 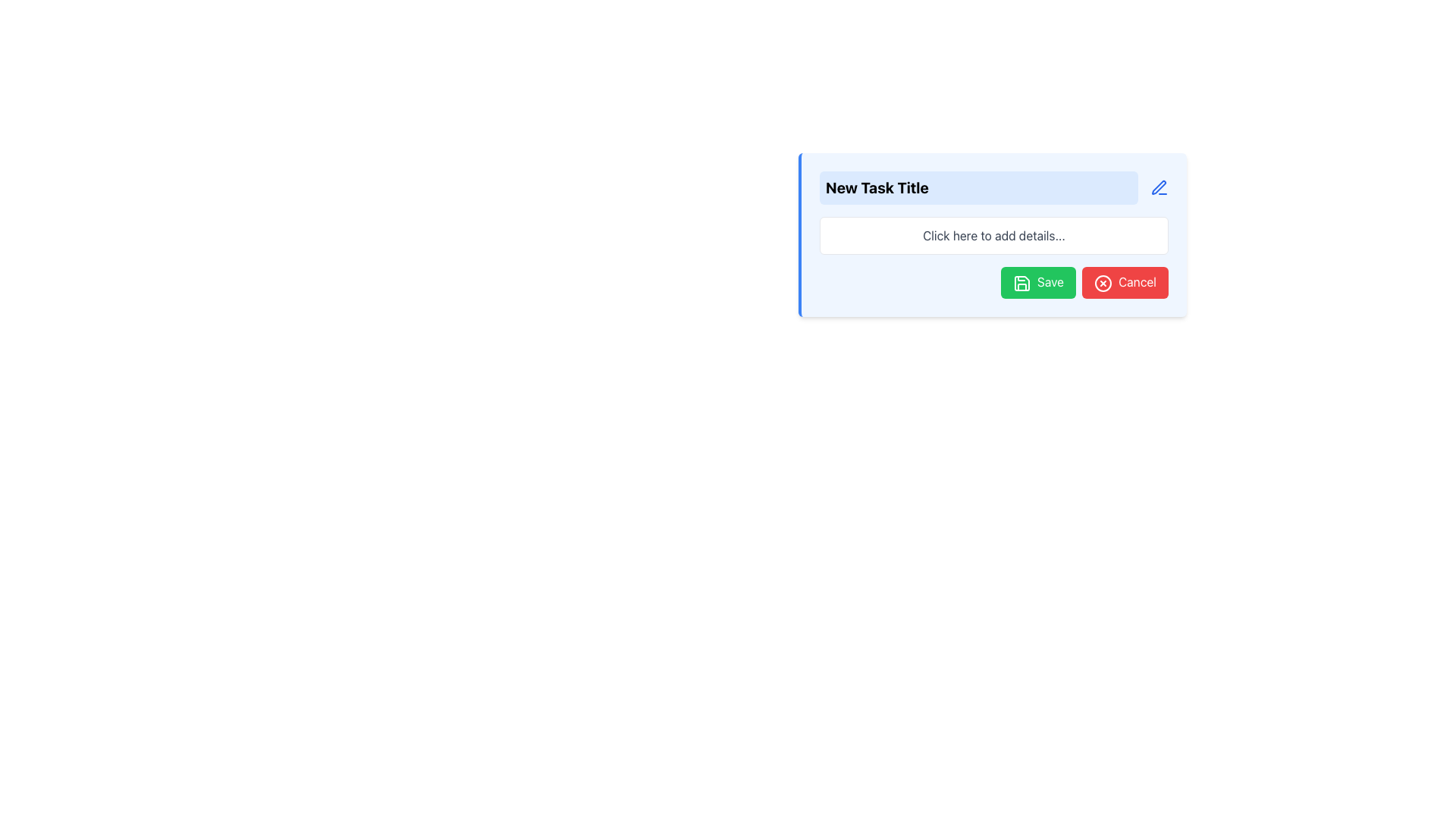 I want to click on the text input field located below 'New Task Title', so click(x=993, y=236).